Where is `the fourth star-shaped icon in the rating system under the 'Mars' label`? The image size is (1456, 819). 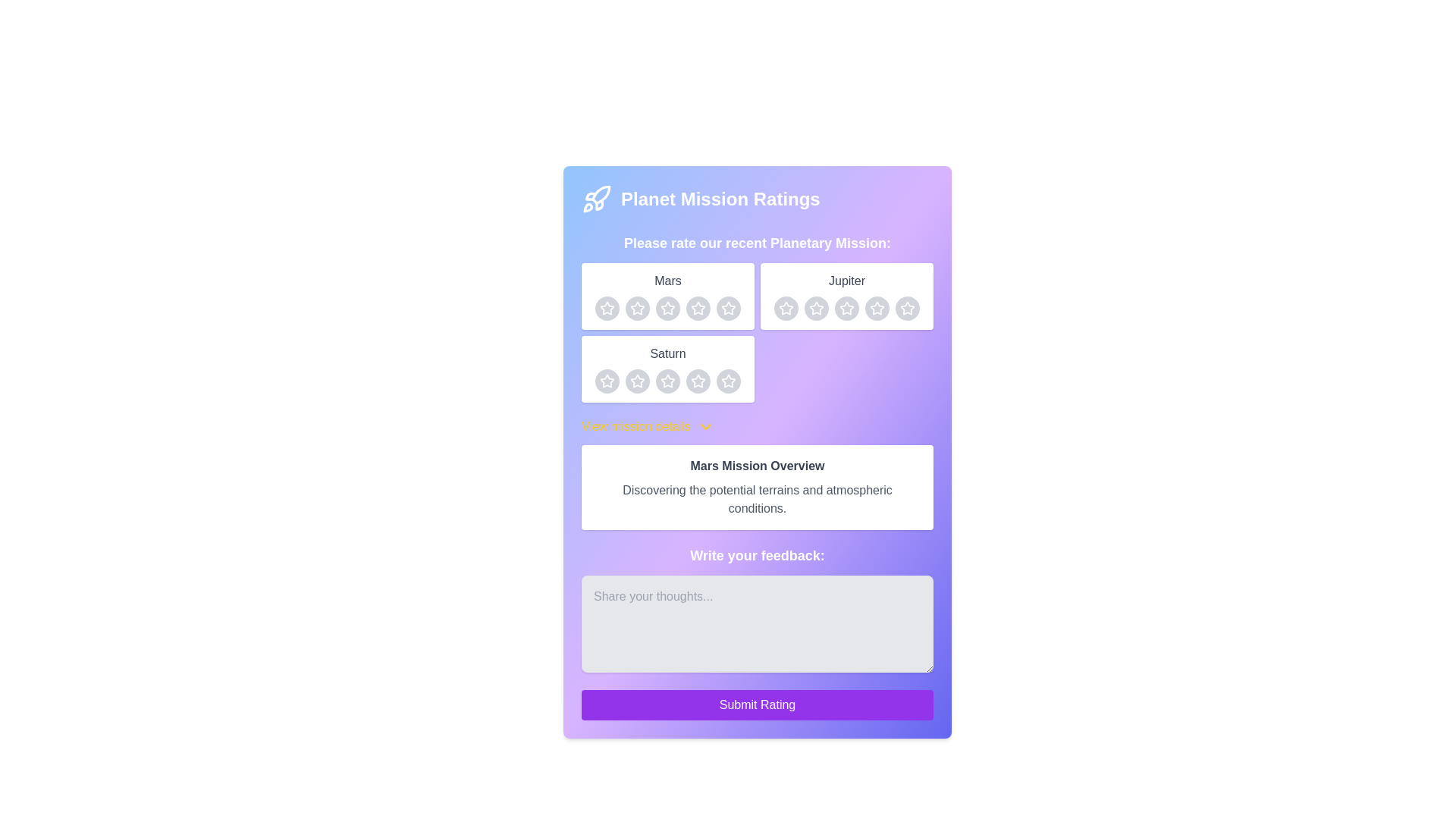 the fourth star-shaped icon in the rating system under the 'Mars' label is located at coordinates (728, 308).